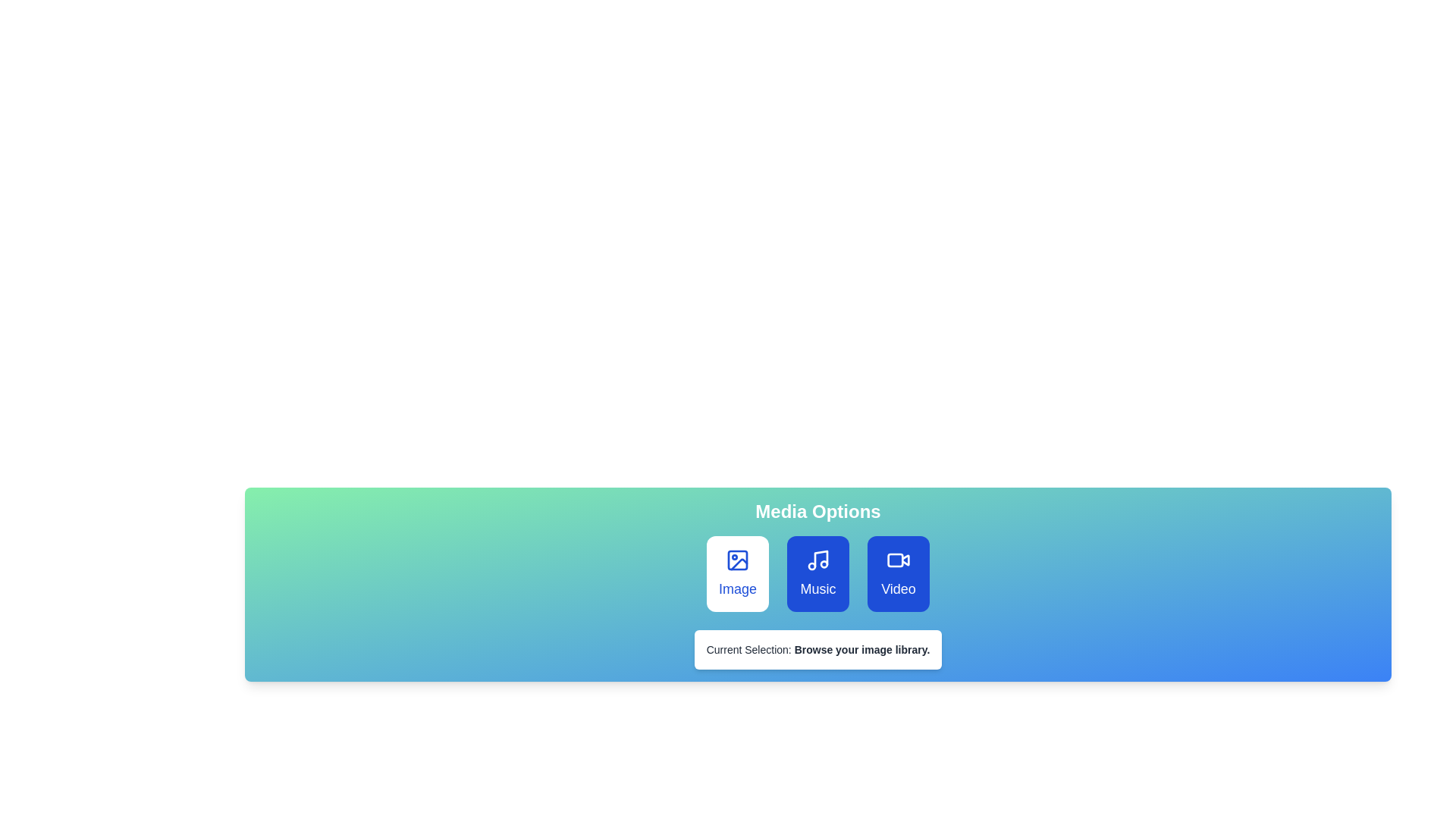  What do you see at coordinates (817, 560) in the screenshot?
I see `the music note icon, which is visually characterized by its streamlined design featuring a vertical line and tied note heads, situated centrally within the 'Music' option group` at bounding box center [817, 560].